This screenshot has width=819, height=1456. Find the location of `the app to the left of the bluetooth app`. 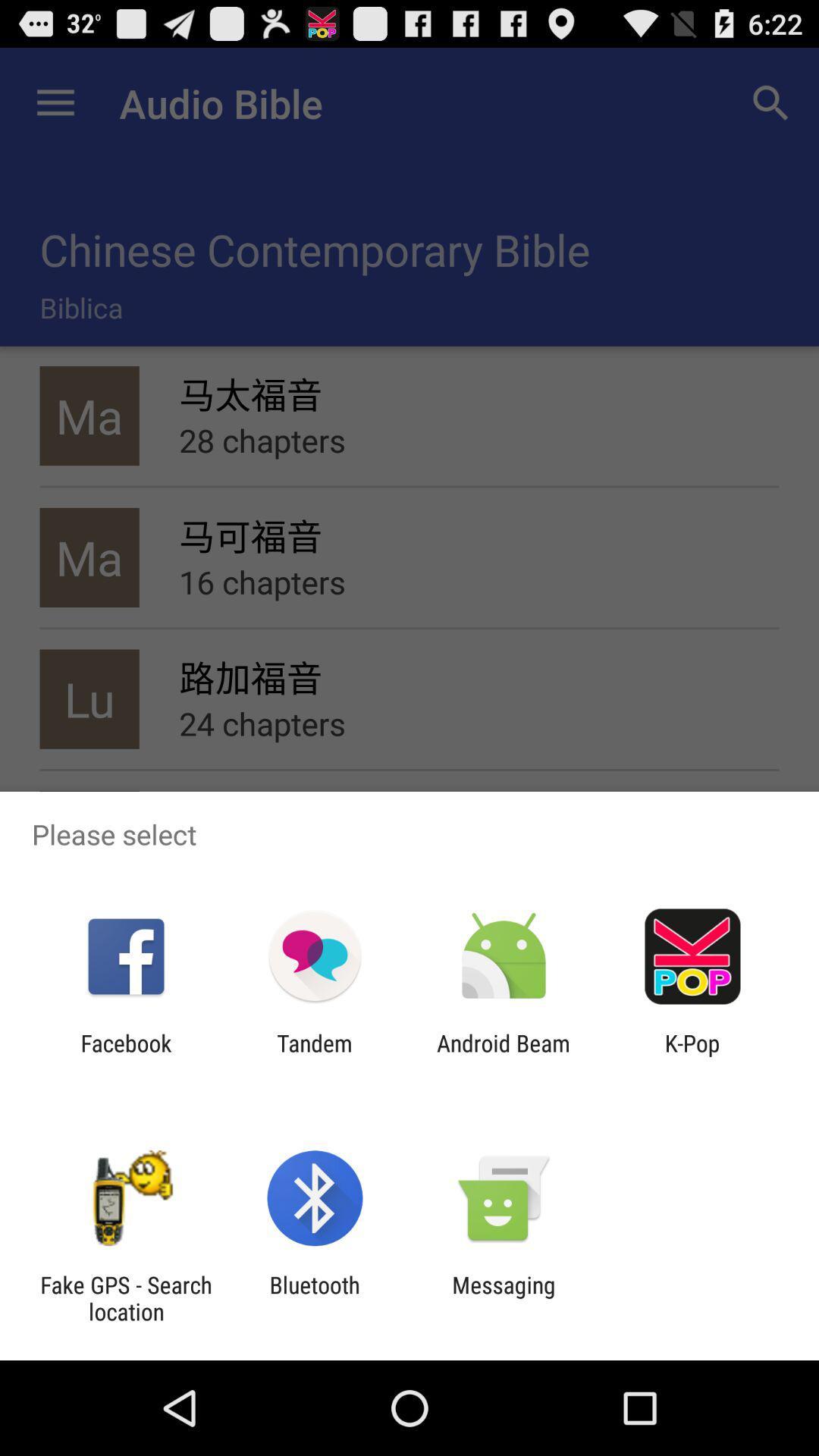

the app to the left of the bluetooth app is located at coordinates (125, 1298).